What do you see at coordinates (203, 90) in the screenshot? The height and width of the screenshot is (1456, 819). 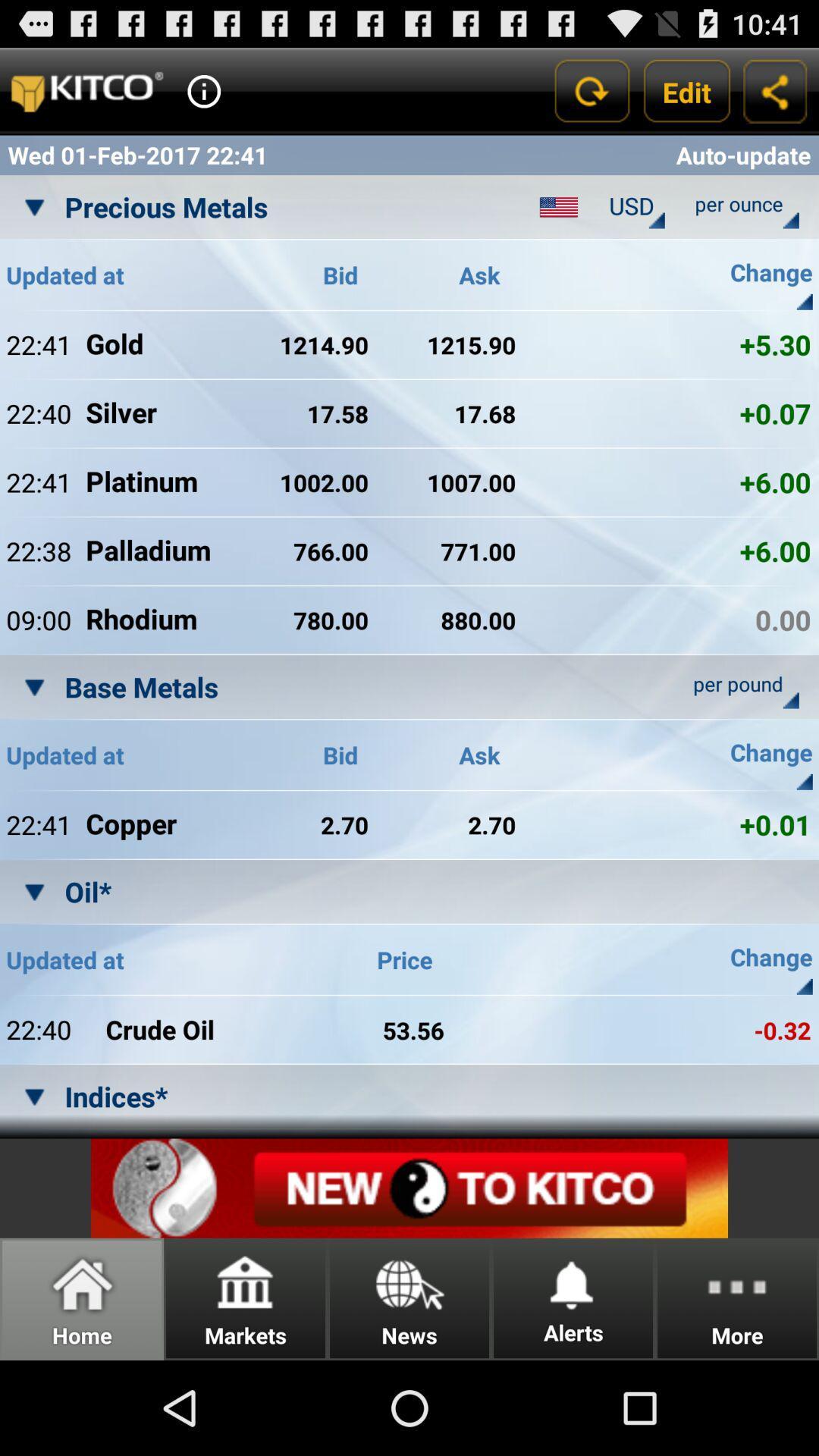 I see `provides additional information` at bounding box center [203, 90].